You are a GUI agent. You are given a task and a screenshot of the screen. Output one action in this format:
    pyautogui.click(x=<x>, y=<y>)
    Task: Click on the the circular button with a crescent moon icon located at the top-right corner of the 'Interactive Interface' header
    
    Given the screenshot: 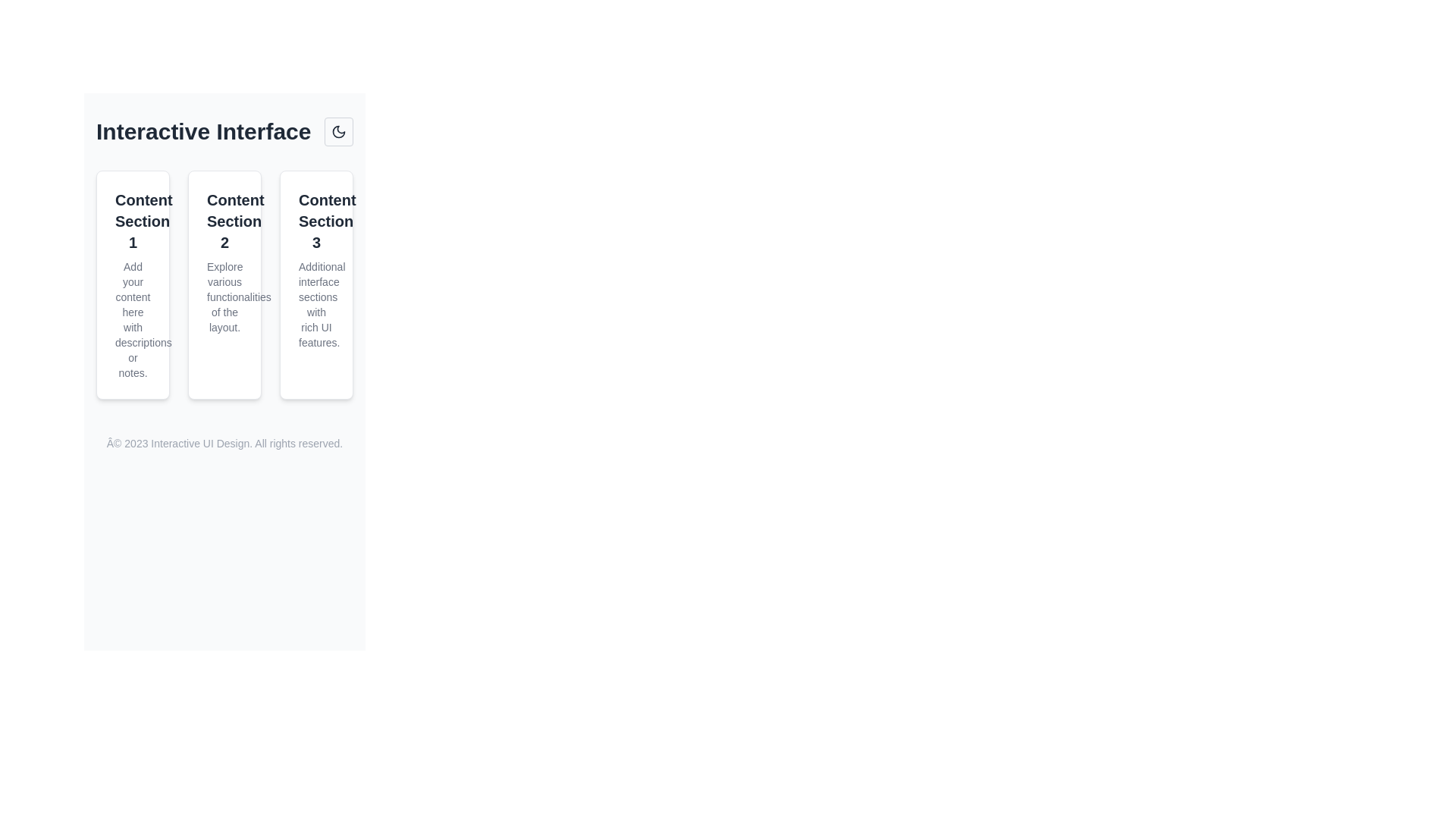 What is the action you would take?
    pyautogui.click(x=337, y=130)
    